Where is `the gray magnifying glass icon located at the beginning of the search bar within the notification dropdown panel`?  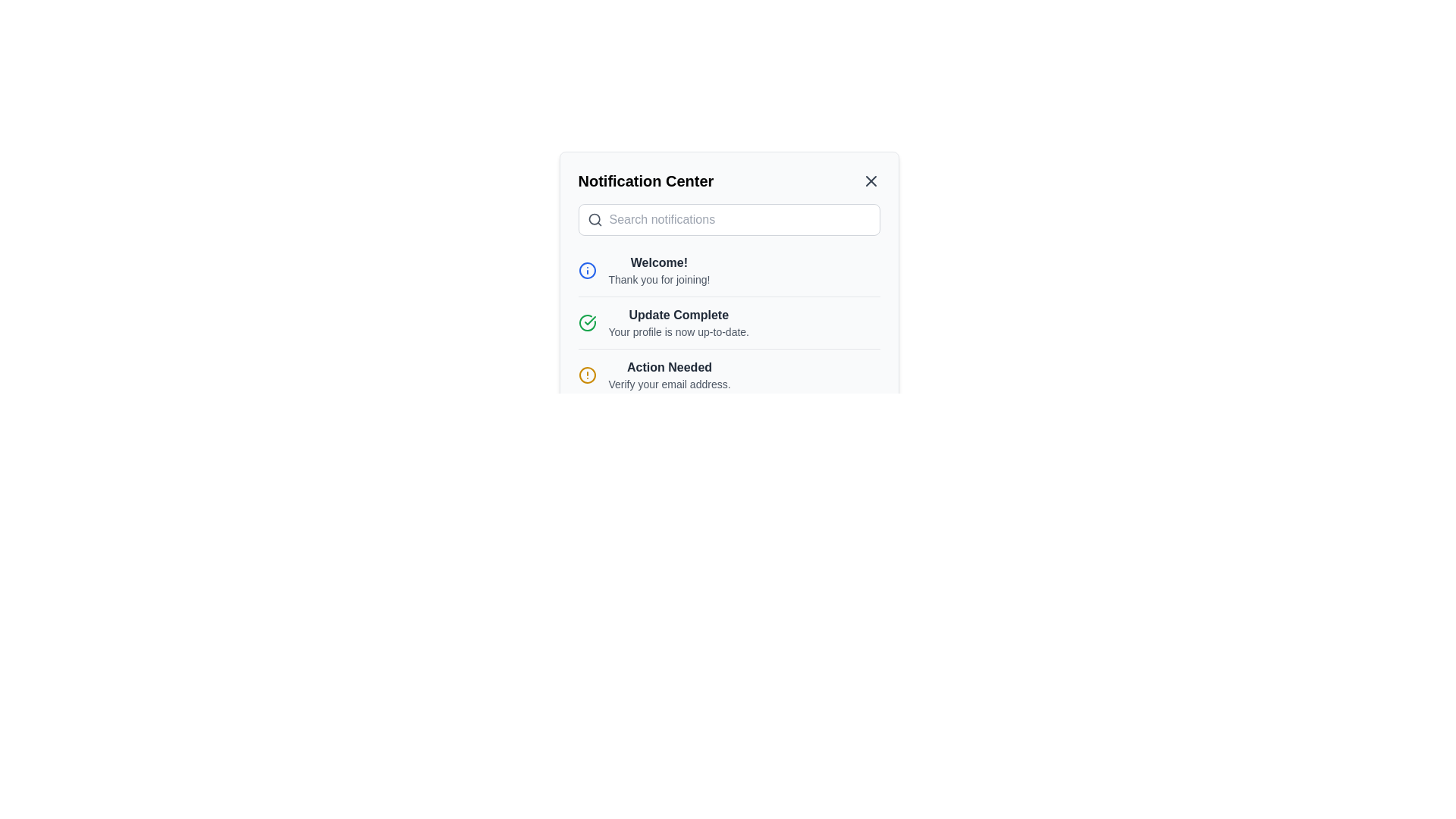 the gray magnifying glass icon located at the beginning of the search bar within the notification dropdown panel is located at coordinates (594, 219).